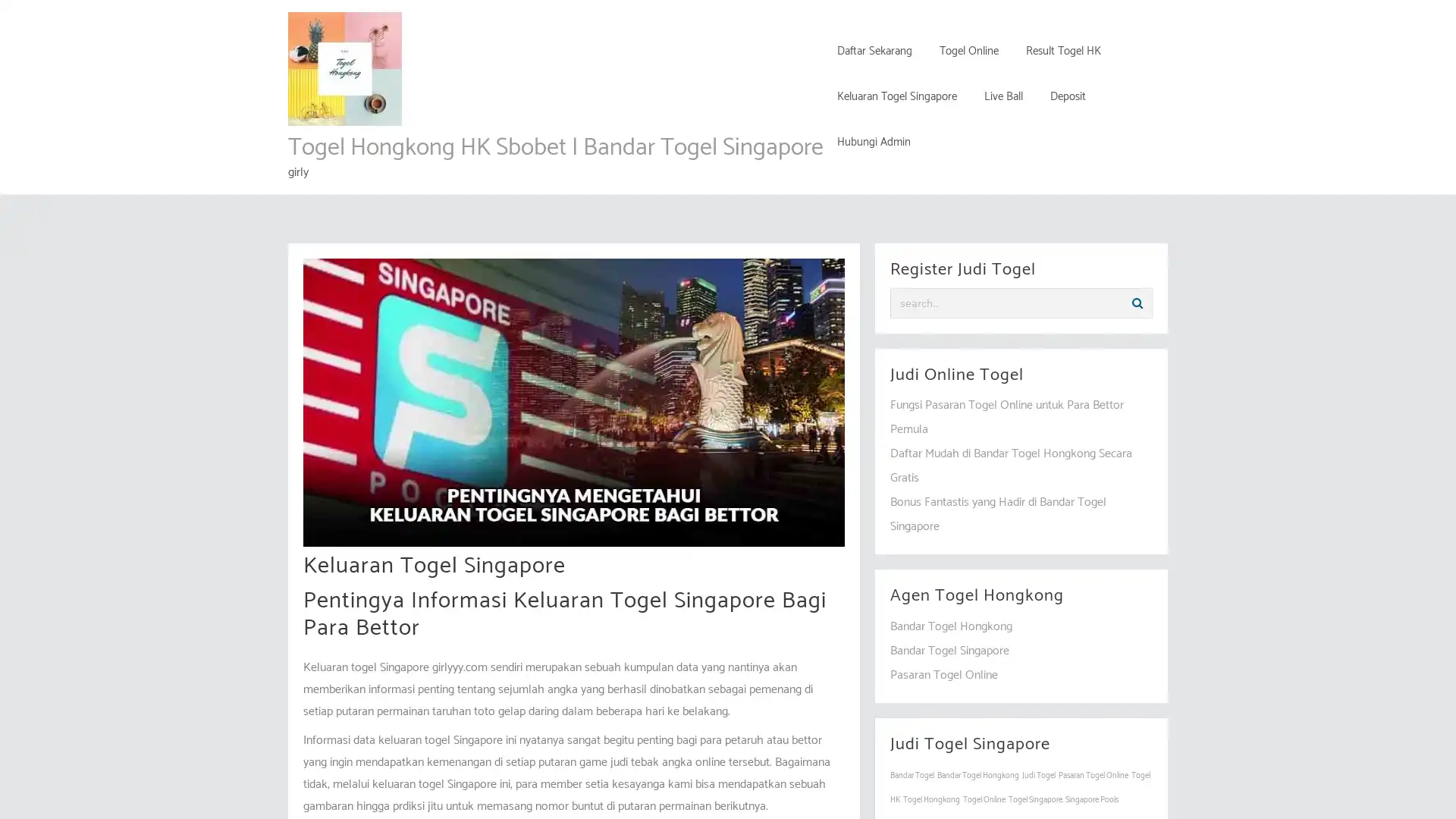  I want to click on Search, so click(1137, 303).